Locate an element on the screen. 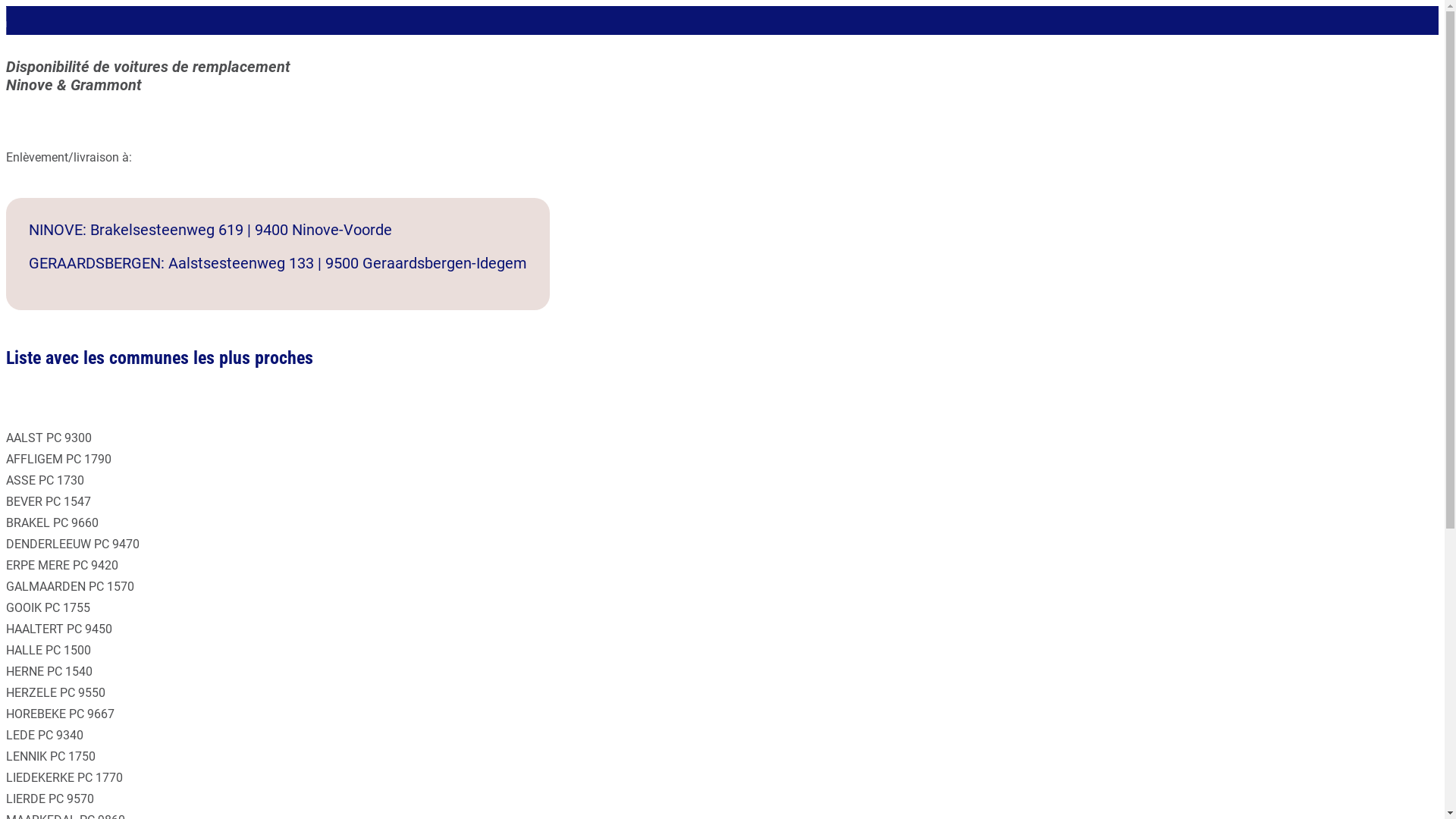  'NEDERLANDS' is located at coordinates (21, 32).